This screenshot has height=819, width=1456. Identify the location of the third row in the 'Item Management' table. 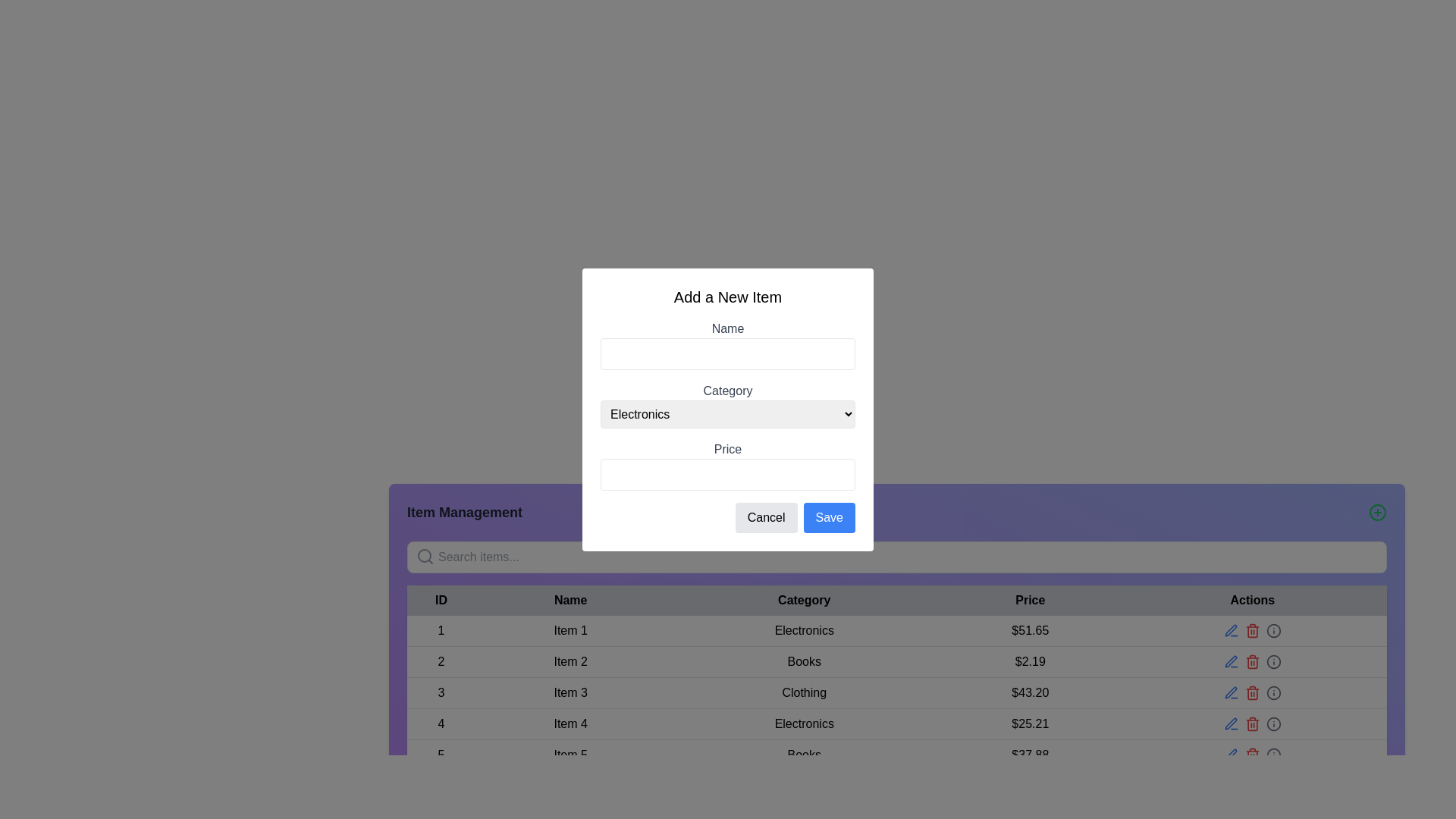
(896, 693).